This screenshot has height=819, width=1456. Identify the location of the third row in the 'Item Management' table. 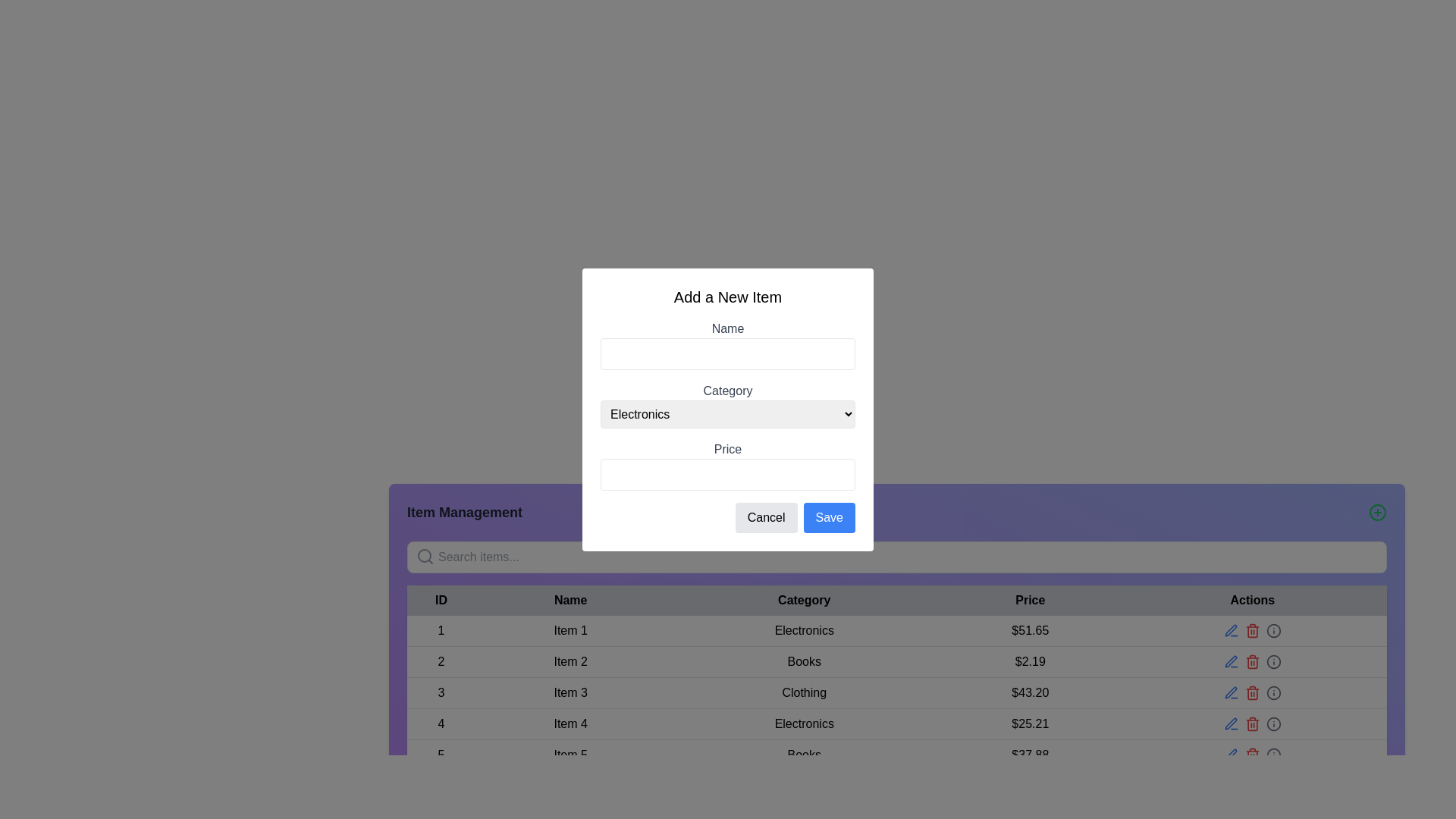
(896, 693).